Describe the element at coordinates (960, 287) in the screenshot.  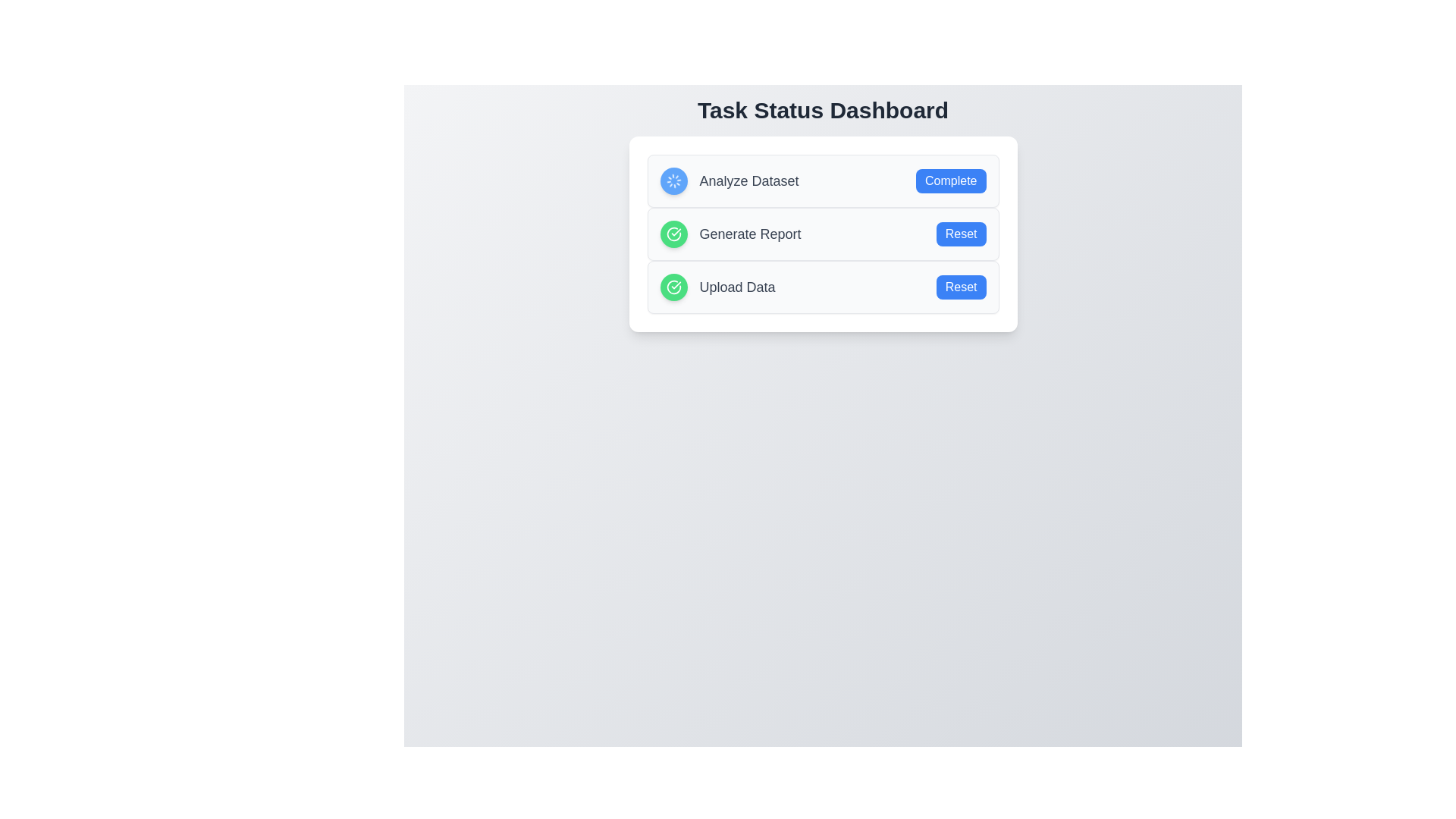
I see `the 'Reset' button with a soft blue background located in the third row of the task list` at that location.